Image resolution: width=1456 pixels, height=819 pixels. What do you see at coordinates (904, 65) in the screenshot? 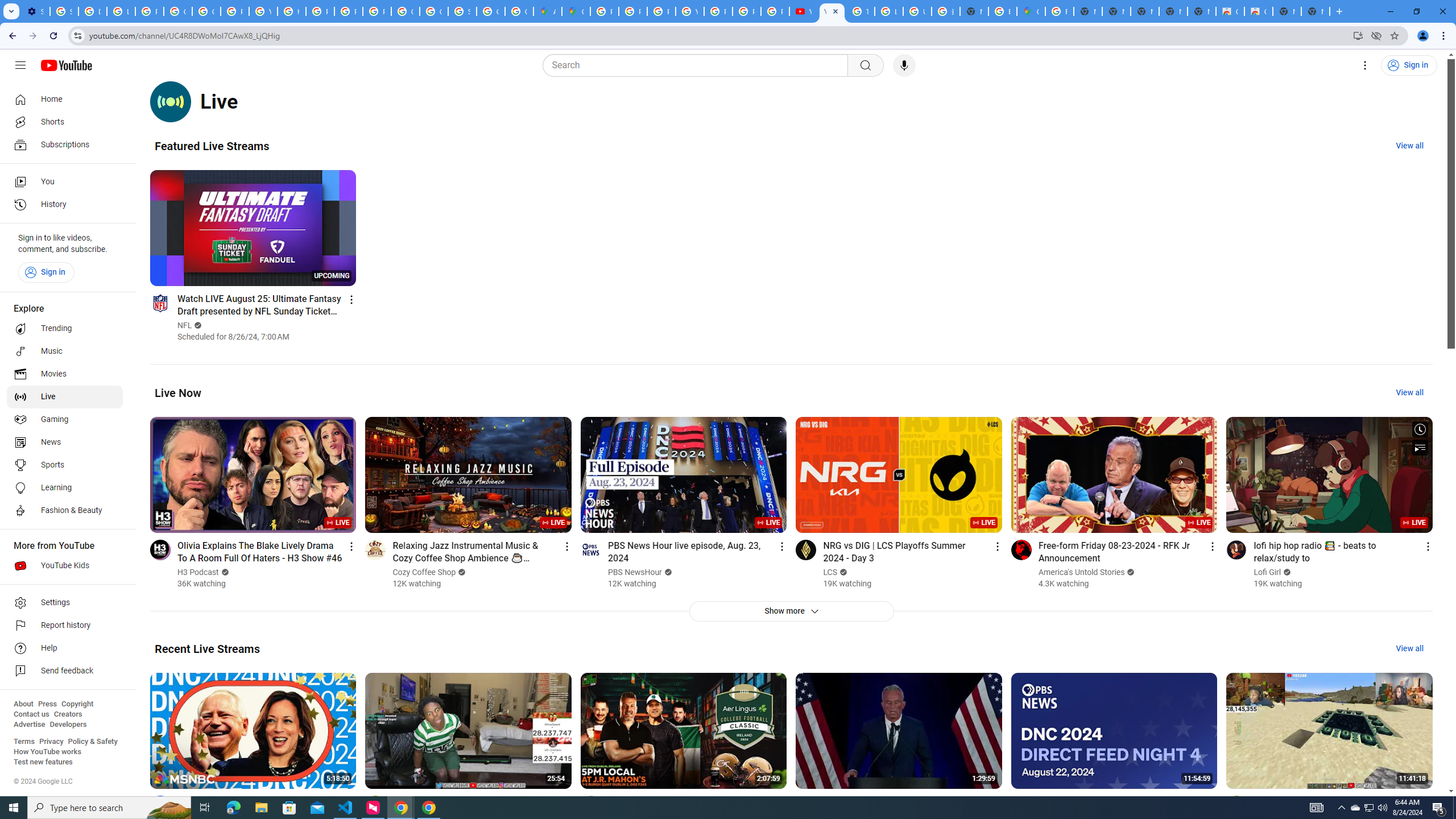
I see `'Search with your voice'` at bounding box center [904, 65].